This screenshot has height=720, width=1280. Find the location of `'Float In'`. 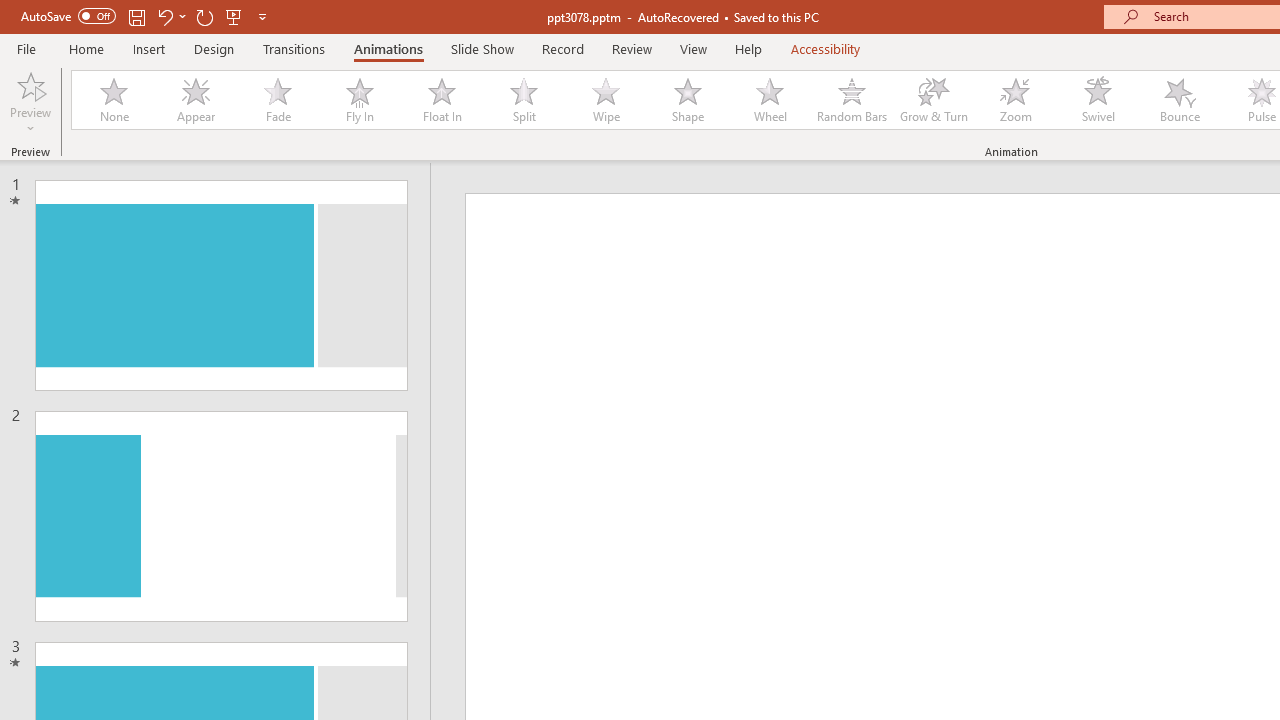

'Float In' is located at coordinates (440, 100).